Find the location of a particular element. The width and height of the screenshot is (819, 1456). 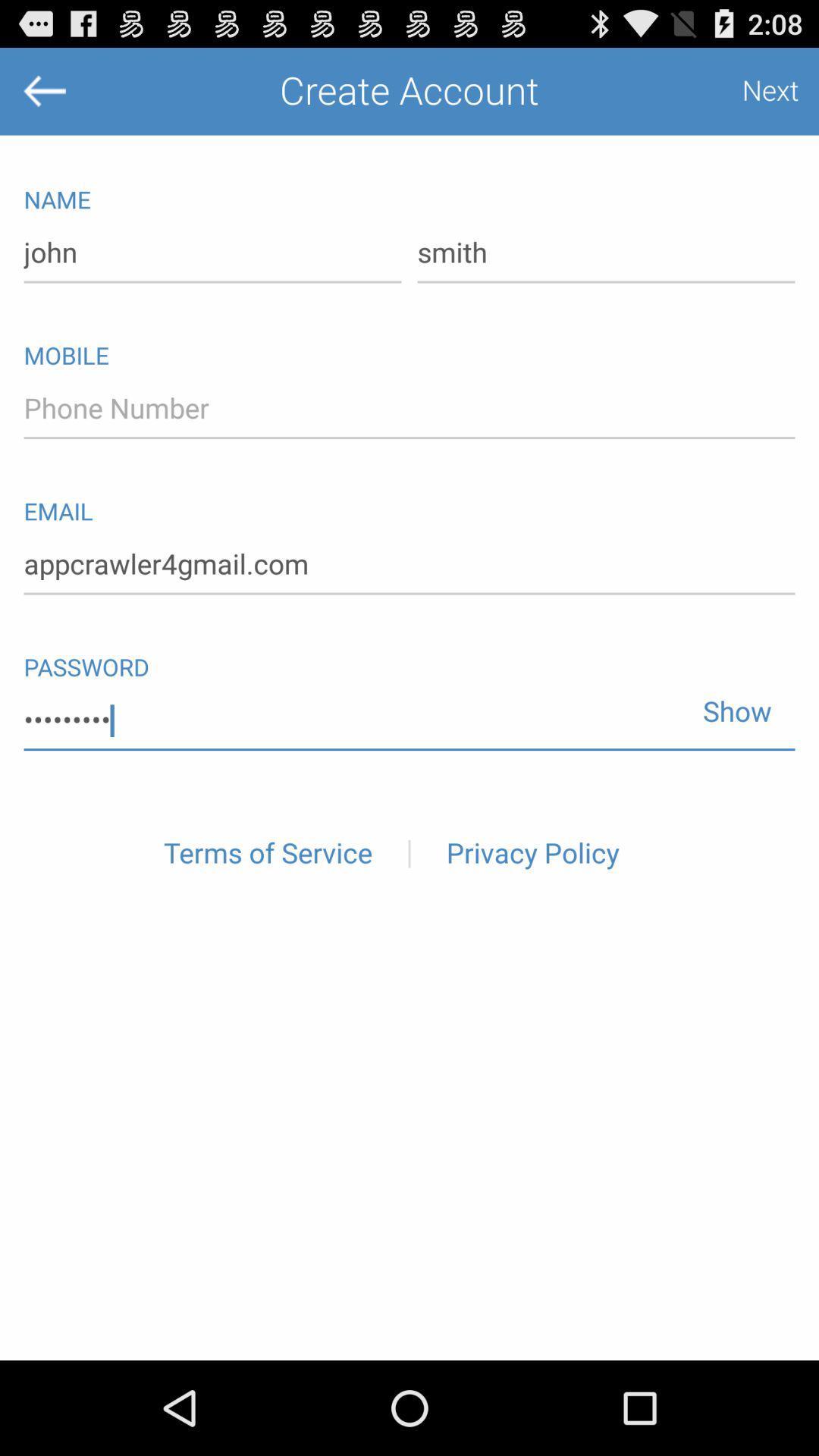

crowd3116 icon is located at coordinates (409, 720).